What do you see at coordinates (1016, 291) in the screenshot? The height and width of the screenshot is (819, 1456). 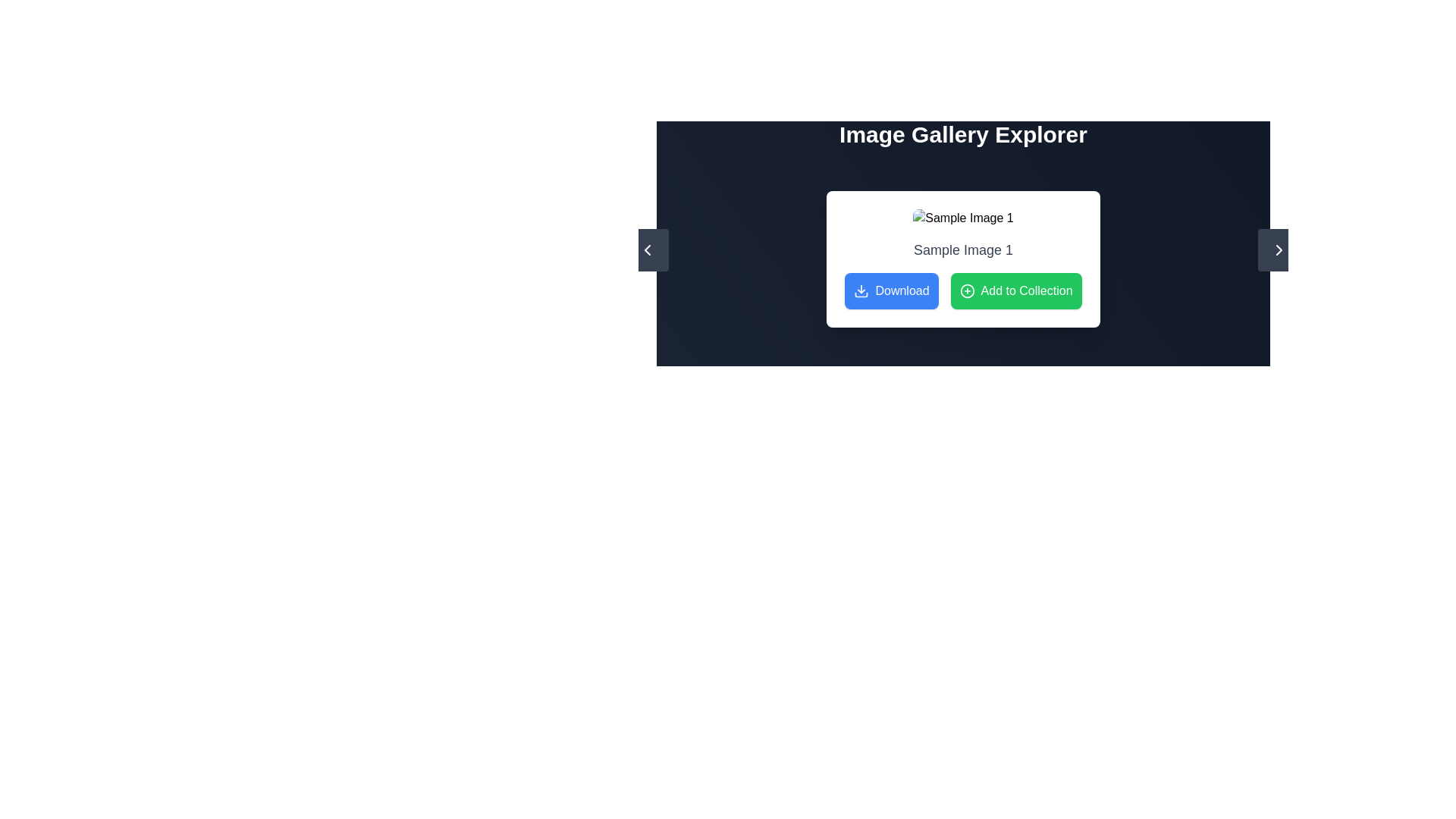 I see `the second button located to the right of the 'Download' button to change its appearance` at bounding box center [1016, 291].